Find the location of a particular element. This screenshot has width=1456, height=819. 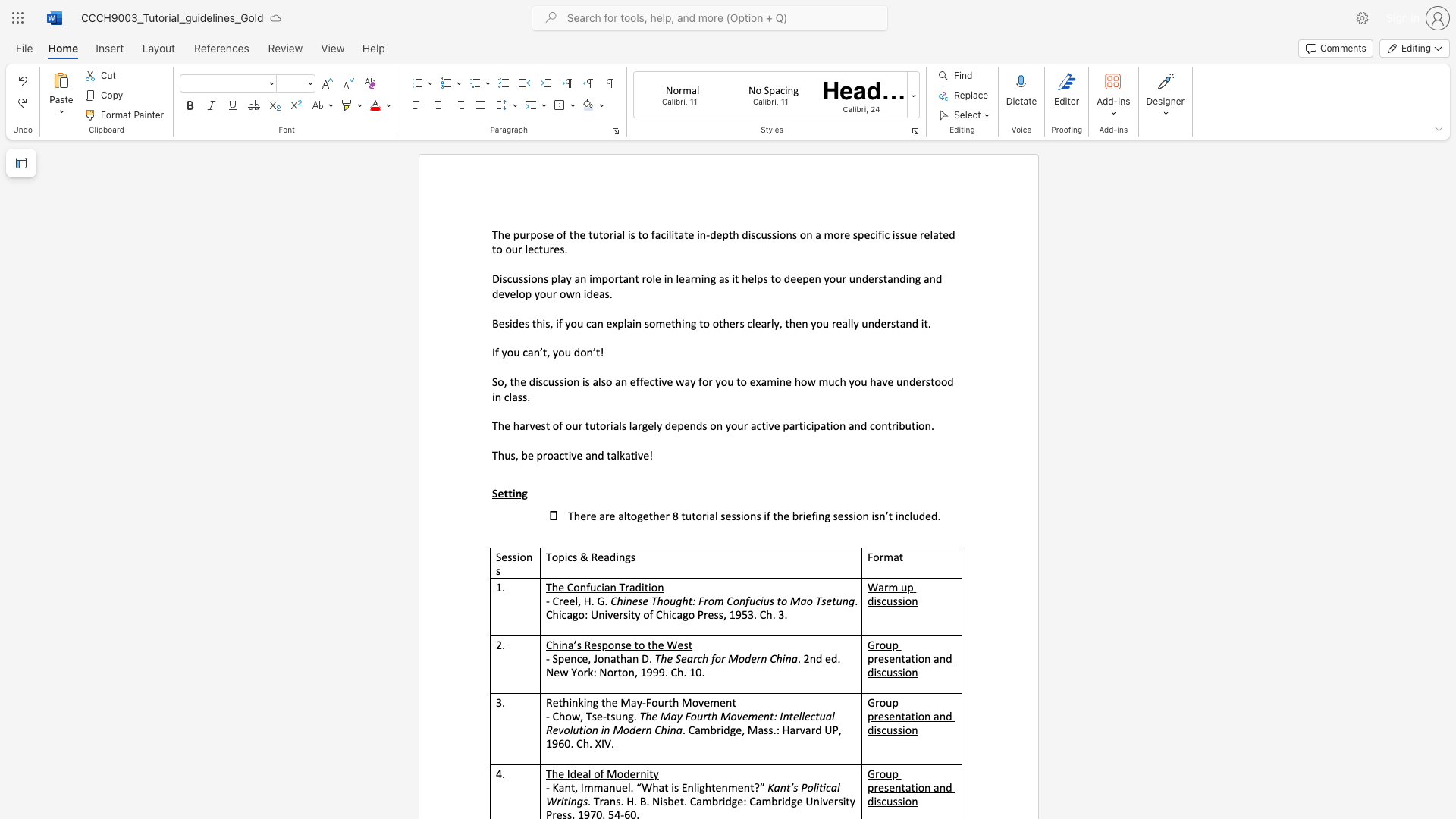

the subset text "nd talkat" within the text "Thus, be proactive and talkative!" is located at coordinates (590, 454).